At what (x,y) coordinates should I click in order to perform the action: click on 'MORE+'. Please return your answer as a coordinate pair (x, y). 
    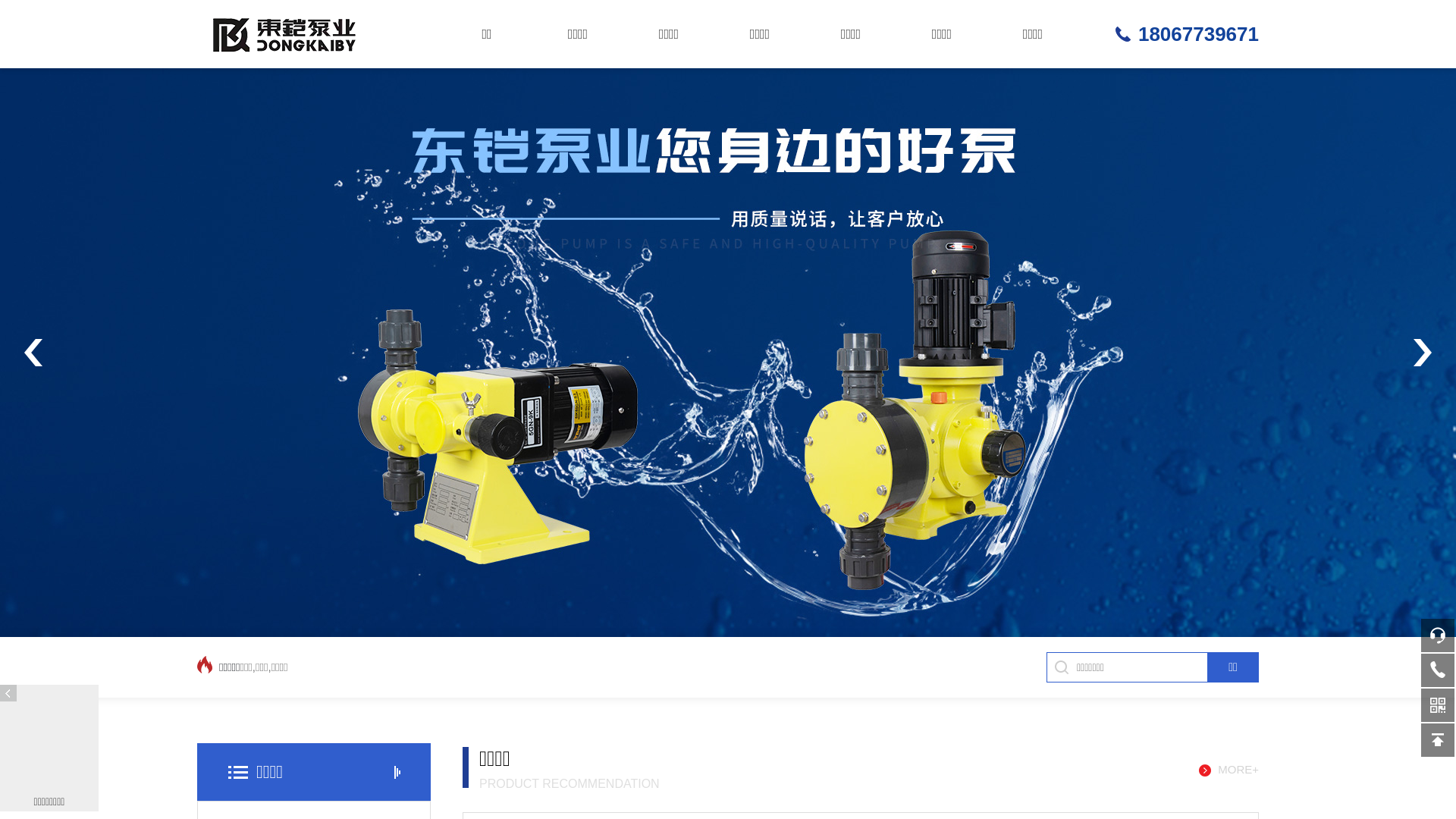
    Looking at the image, I should click on (1228, 770).